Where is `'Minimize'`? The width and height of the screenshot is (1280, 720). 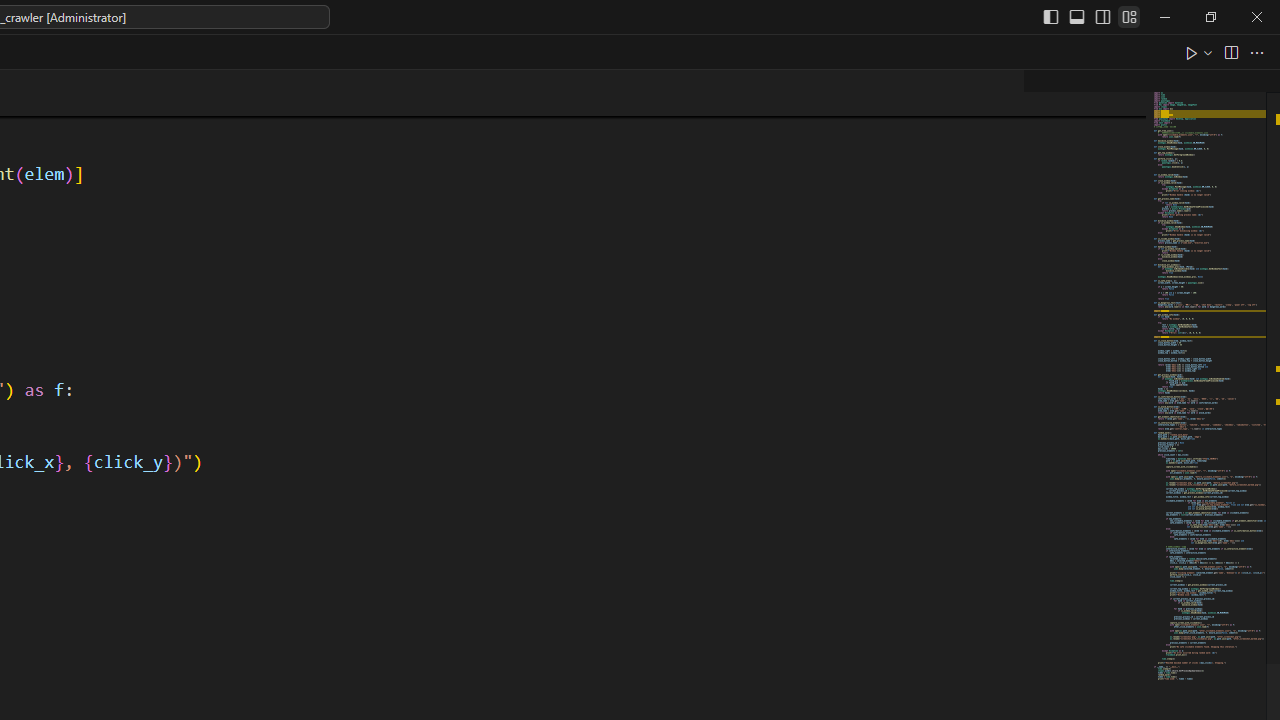
'Minimize' is located at coordinates (1165, 16).